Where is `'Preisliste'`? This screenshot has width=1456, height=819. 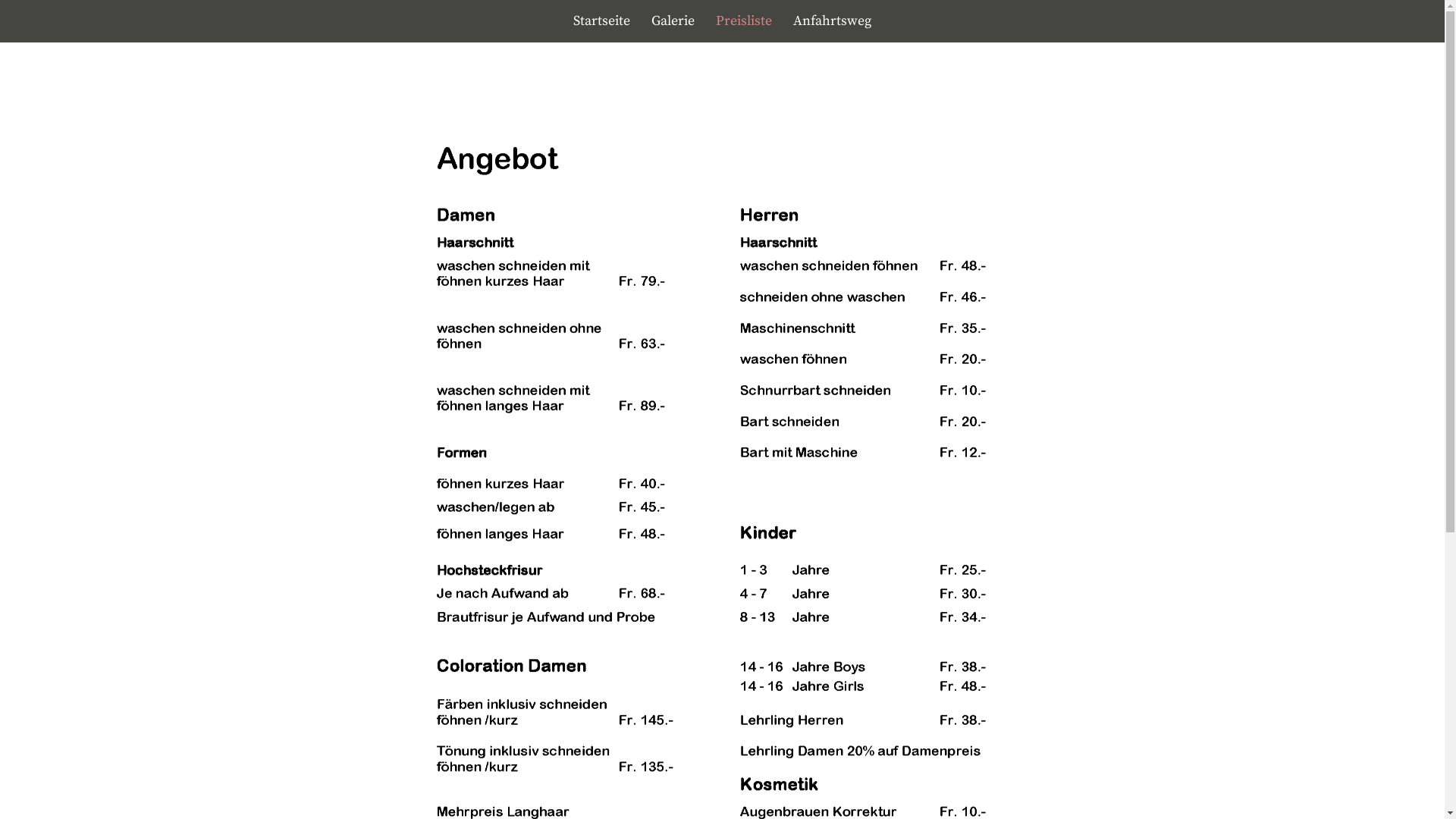
'Preisliste' is located at coordinates (705, 20).